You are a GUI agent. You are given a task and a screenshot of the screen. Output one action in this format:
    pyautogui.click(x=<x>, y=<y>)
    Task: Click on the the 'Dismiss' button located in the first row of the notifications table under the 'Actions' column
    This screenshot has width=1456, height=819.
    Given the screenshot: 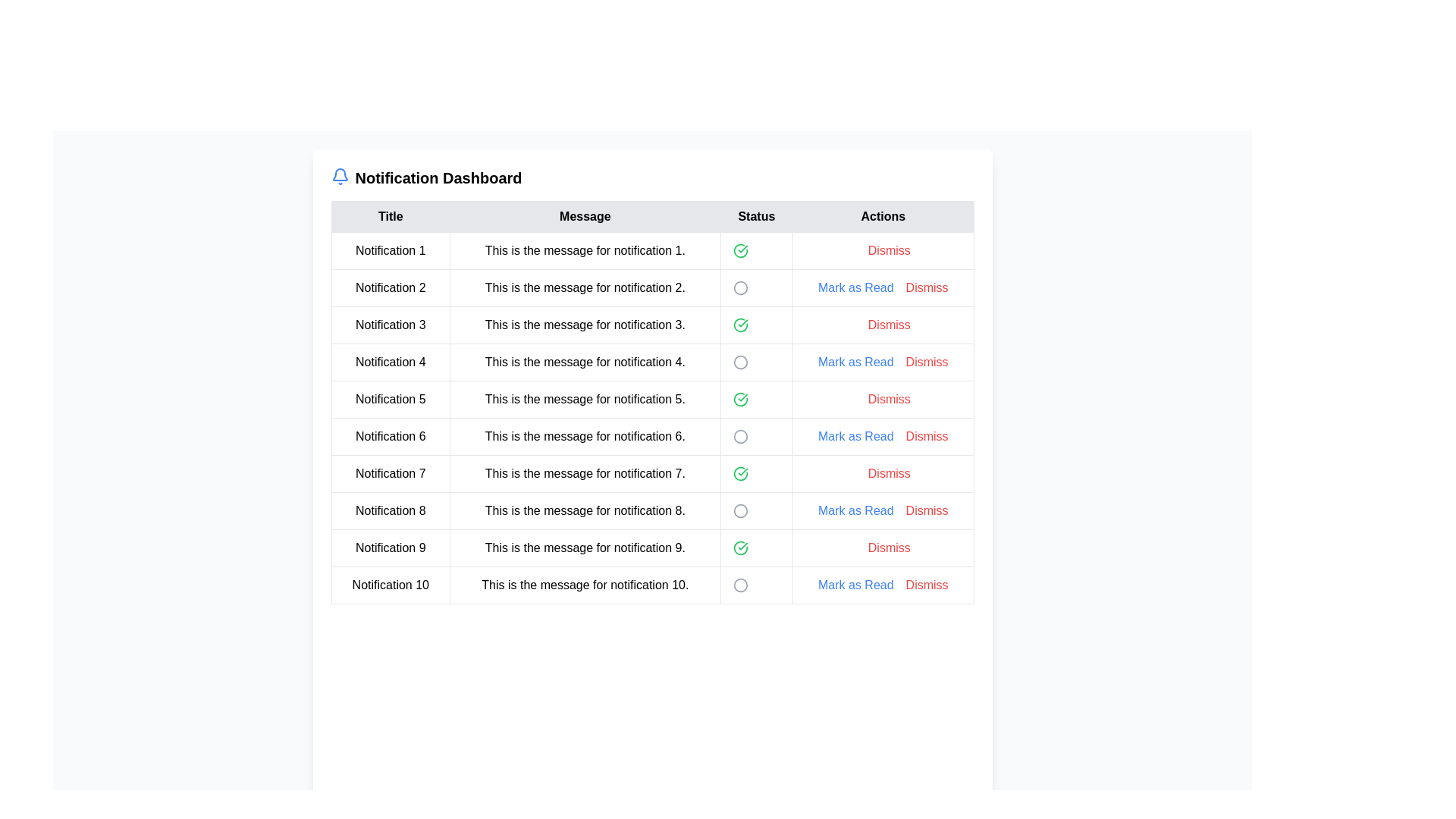 What is the action you would take?
    pyautogui.click(x=889, y=250)
    